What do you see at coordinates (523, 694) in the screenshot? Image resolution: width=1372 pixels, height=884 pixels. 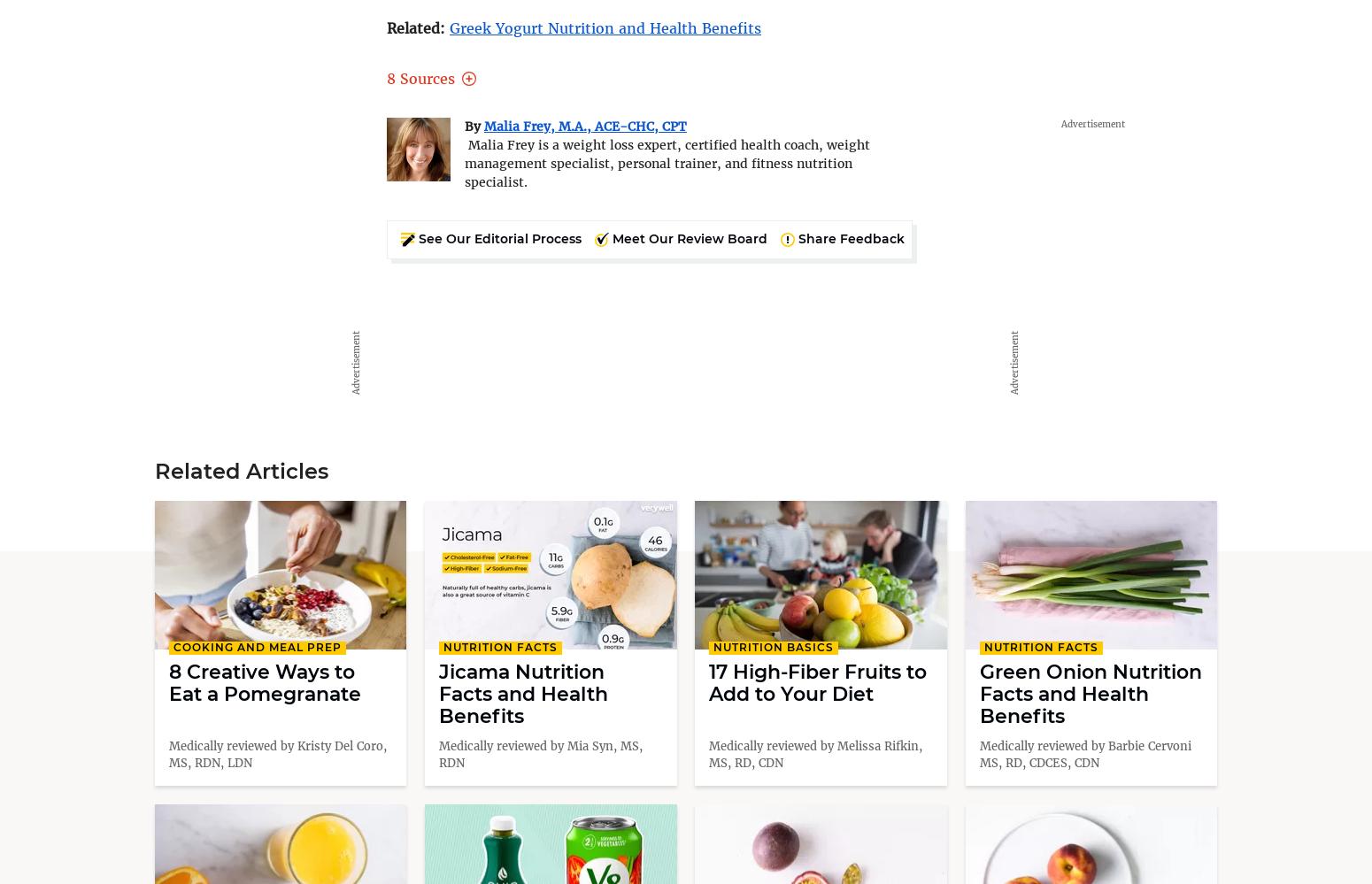 I see `'Jicama Nutrition Facts and Health Benefits'` at bounding box center [523, 694].